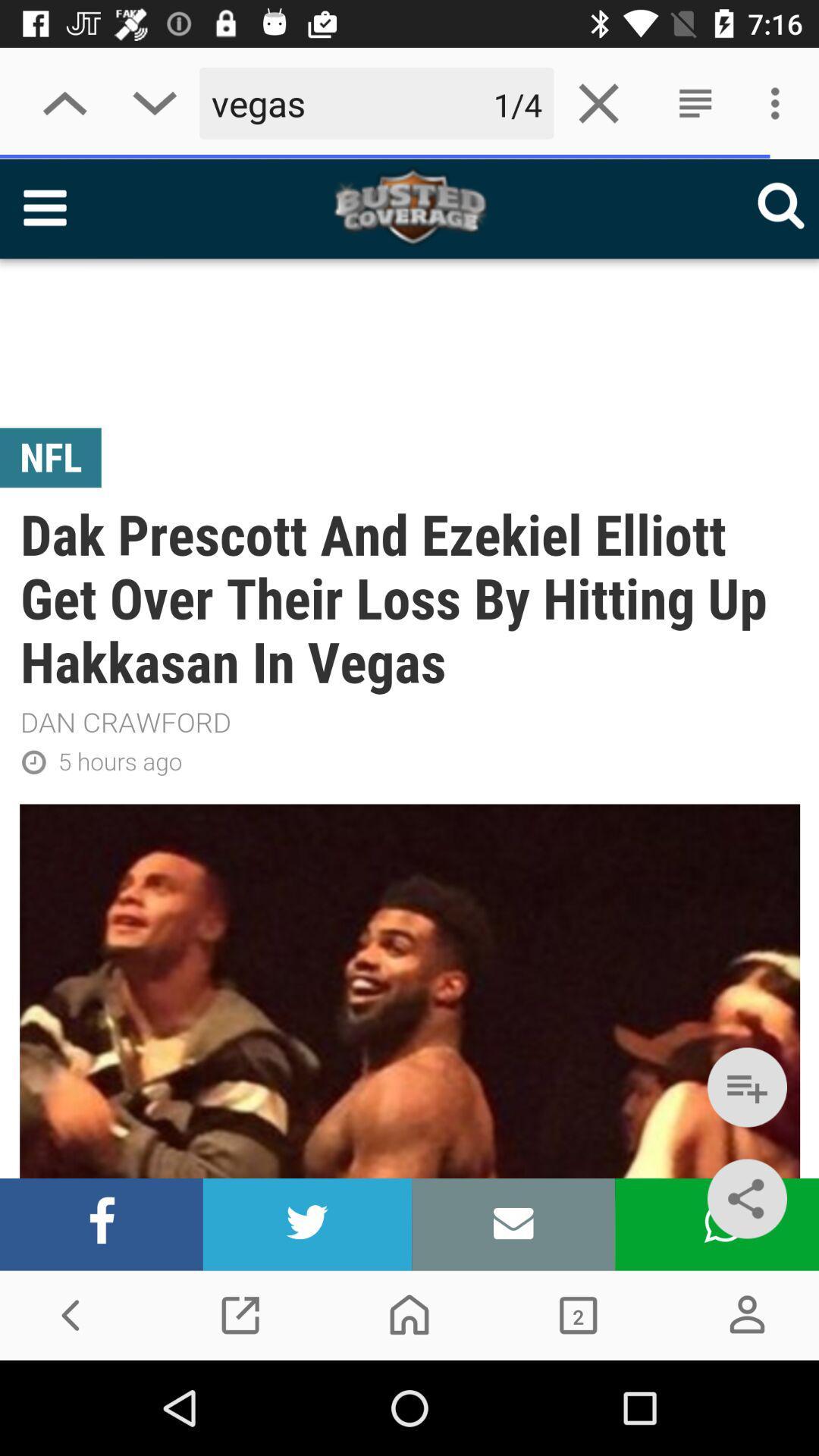 The image size is (819, 1456). I want to click on the arrow_backward icon, so click(71, 1314).